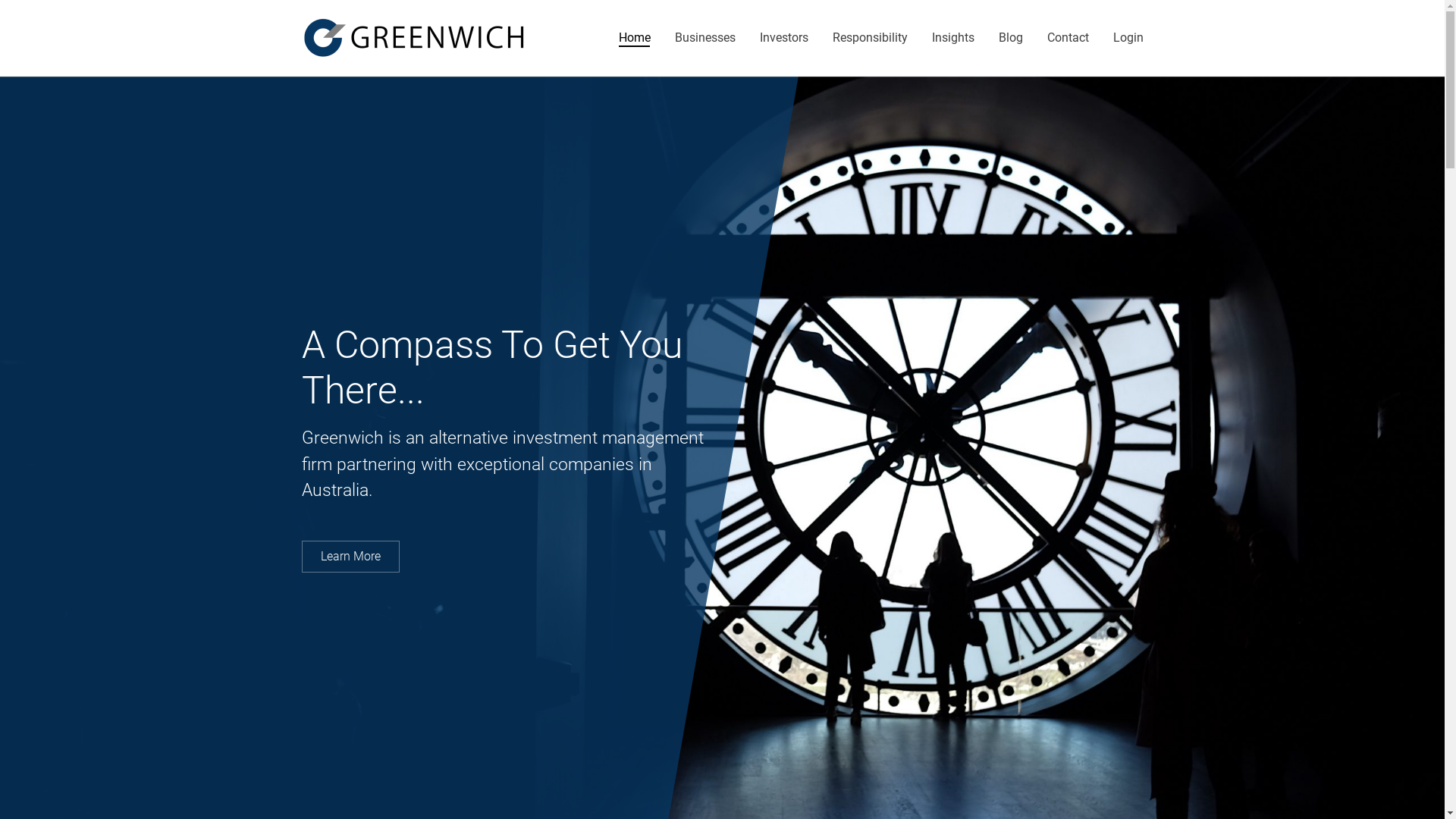 The width and height of the screenshot is (1456, 819). I want to click on 'Blog', so click(997, 37).